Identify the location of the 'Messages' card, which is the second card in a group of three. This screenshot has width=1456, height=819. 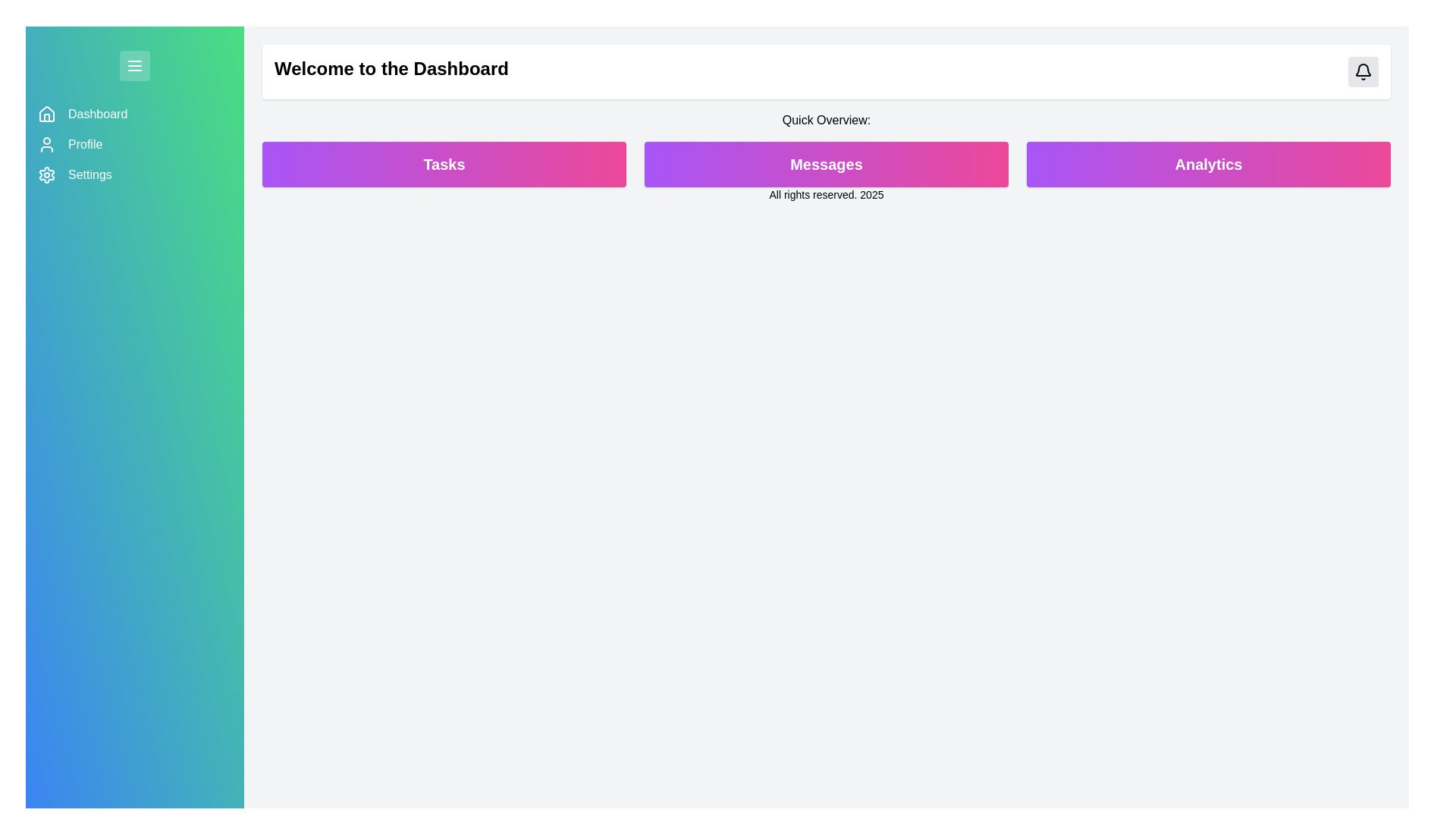
(825, 164).